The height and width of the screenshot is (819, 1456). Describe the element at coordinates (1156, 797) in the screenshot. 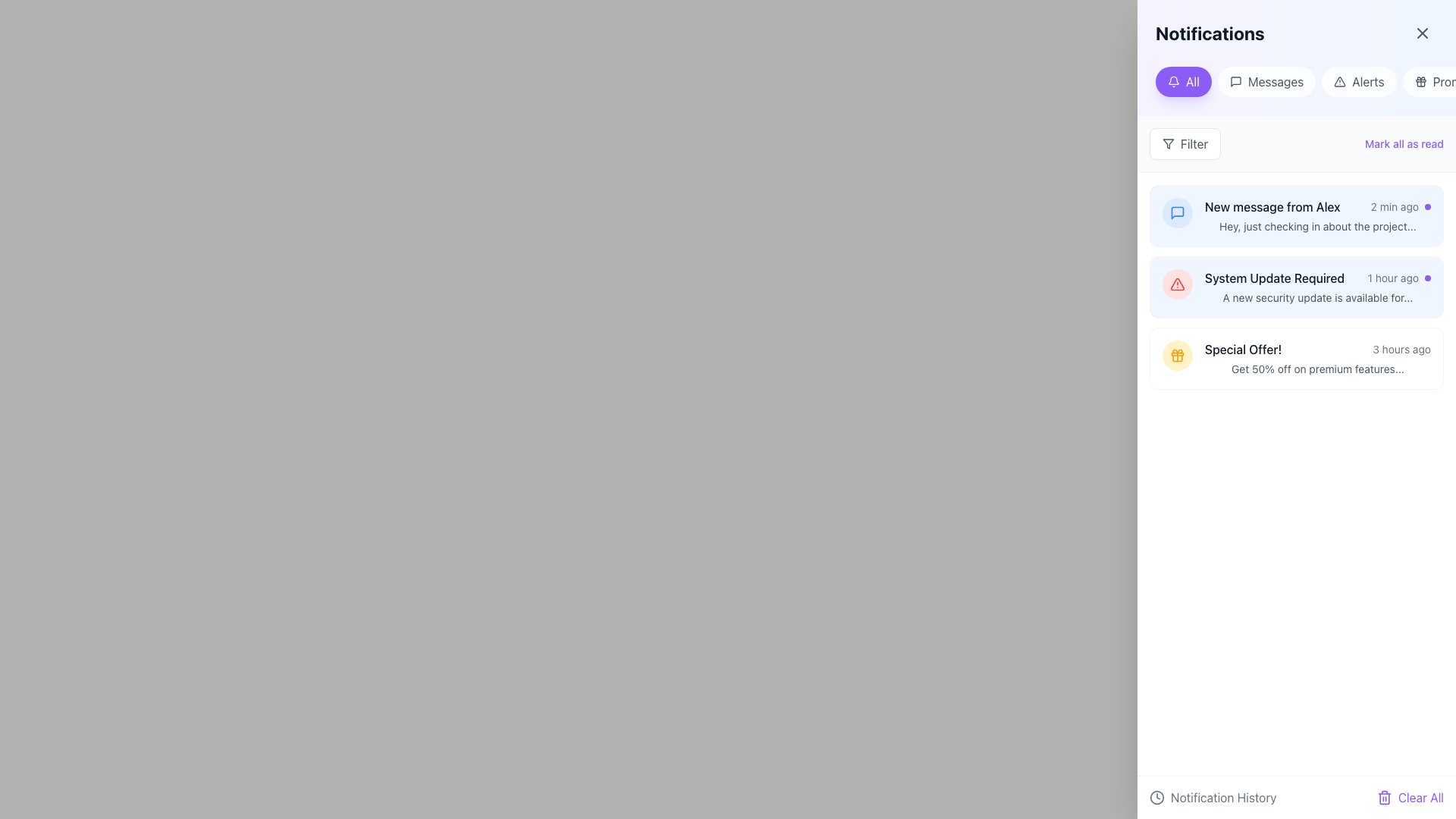

I see `the 'Notification History' icon located to the left of the text 'Notification History' in the bottom section of the interface` at that location.